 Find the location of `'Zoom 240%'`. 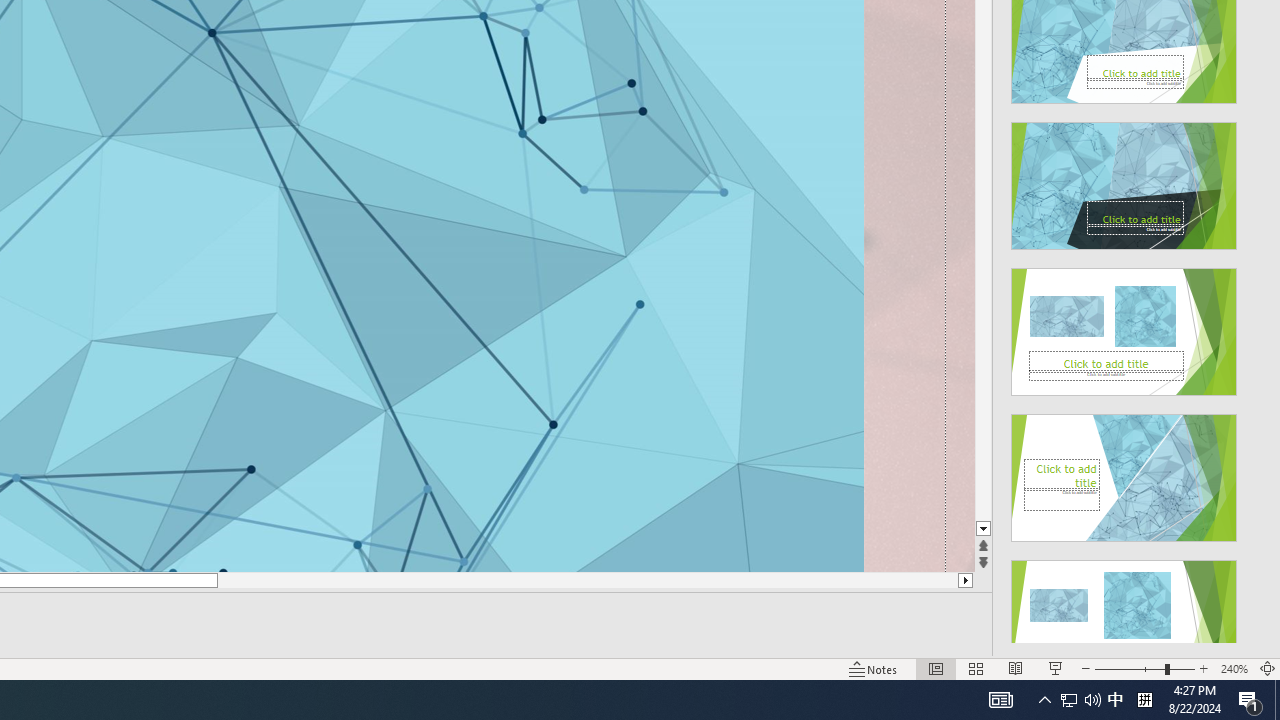

'Zoom 240%' is located at coordinates (1233, 669).